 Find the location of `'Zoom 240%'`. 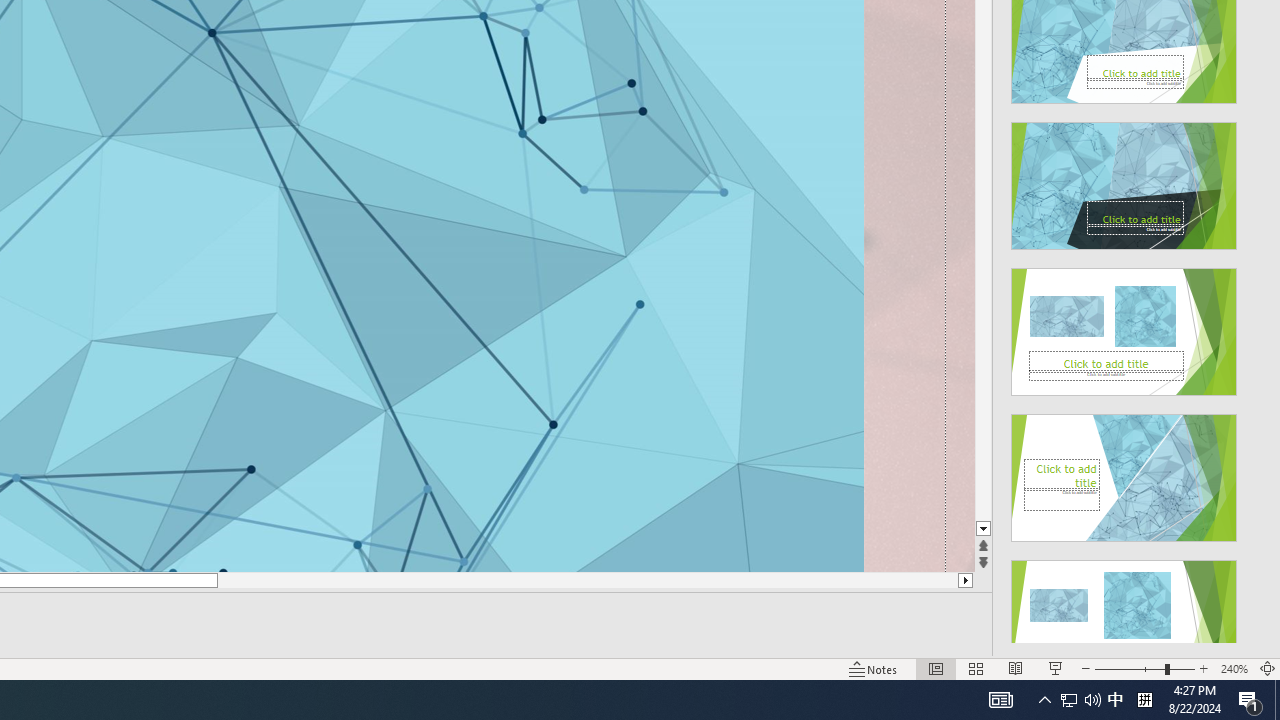

'Zoom 240%' is located at coordinates (1233, 669).